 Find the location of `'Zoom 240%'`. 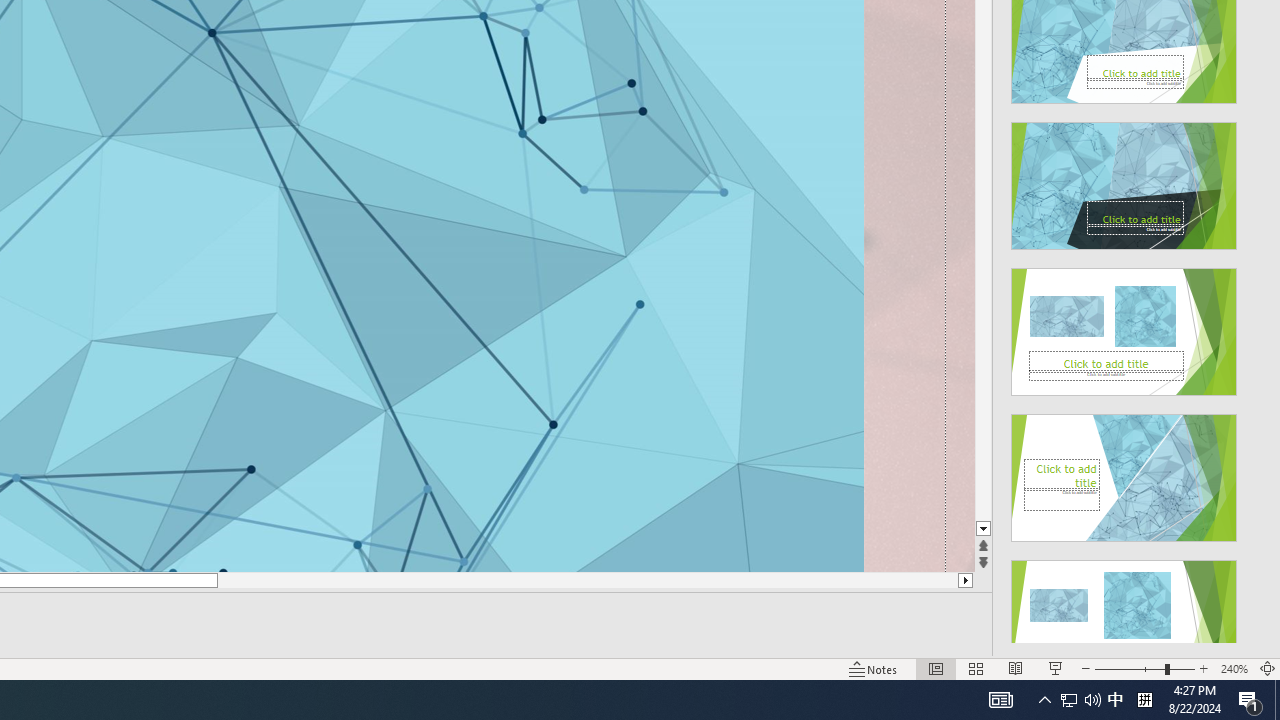

'Zoom 240%' is located at coordinates (1233, 669).